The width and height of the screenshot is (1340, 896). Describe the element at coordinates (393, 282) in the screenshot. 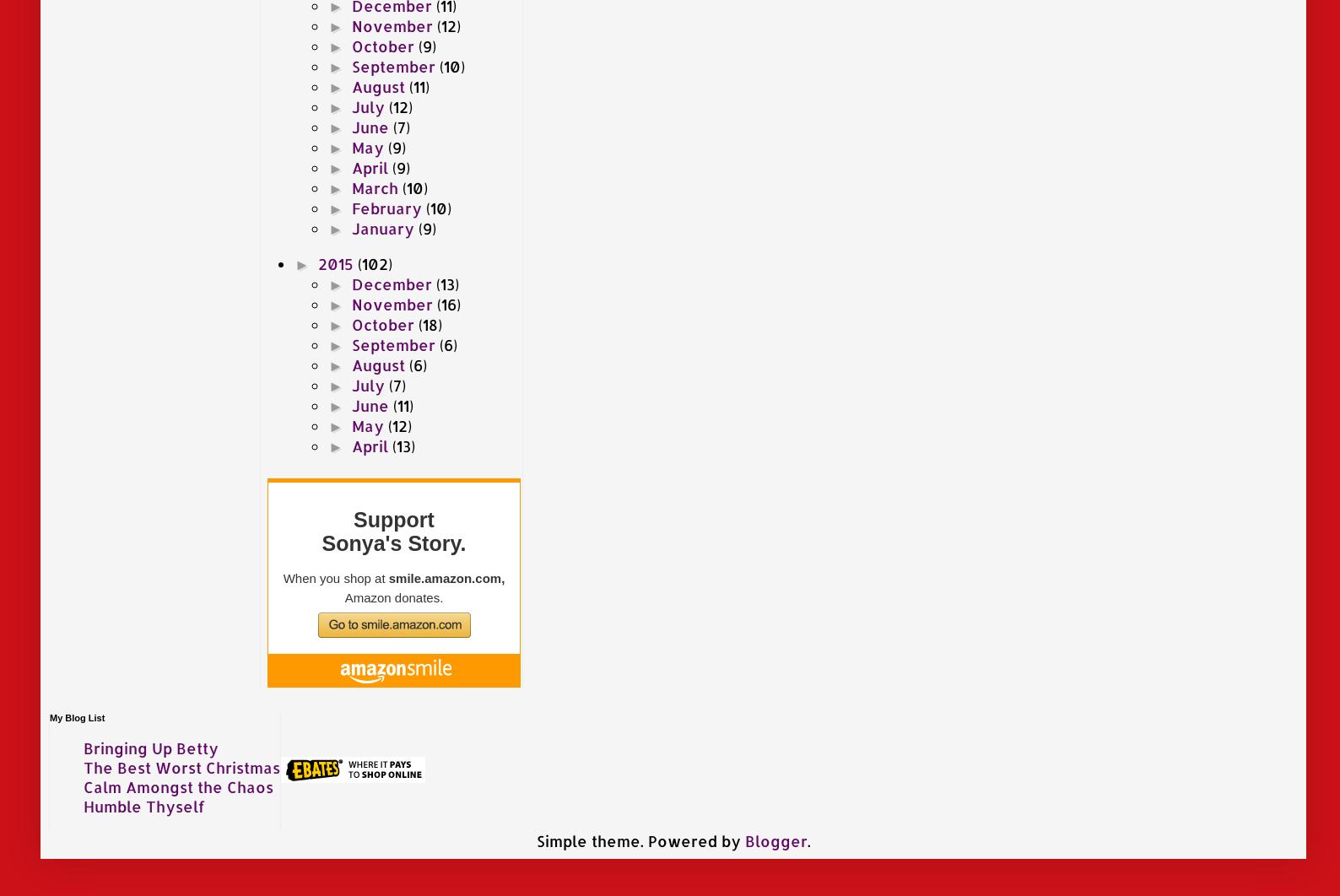

I see `'December'` at that location.